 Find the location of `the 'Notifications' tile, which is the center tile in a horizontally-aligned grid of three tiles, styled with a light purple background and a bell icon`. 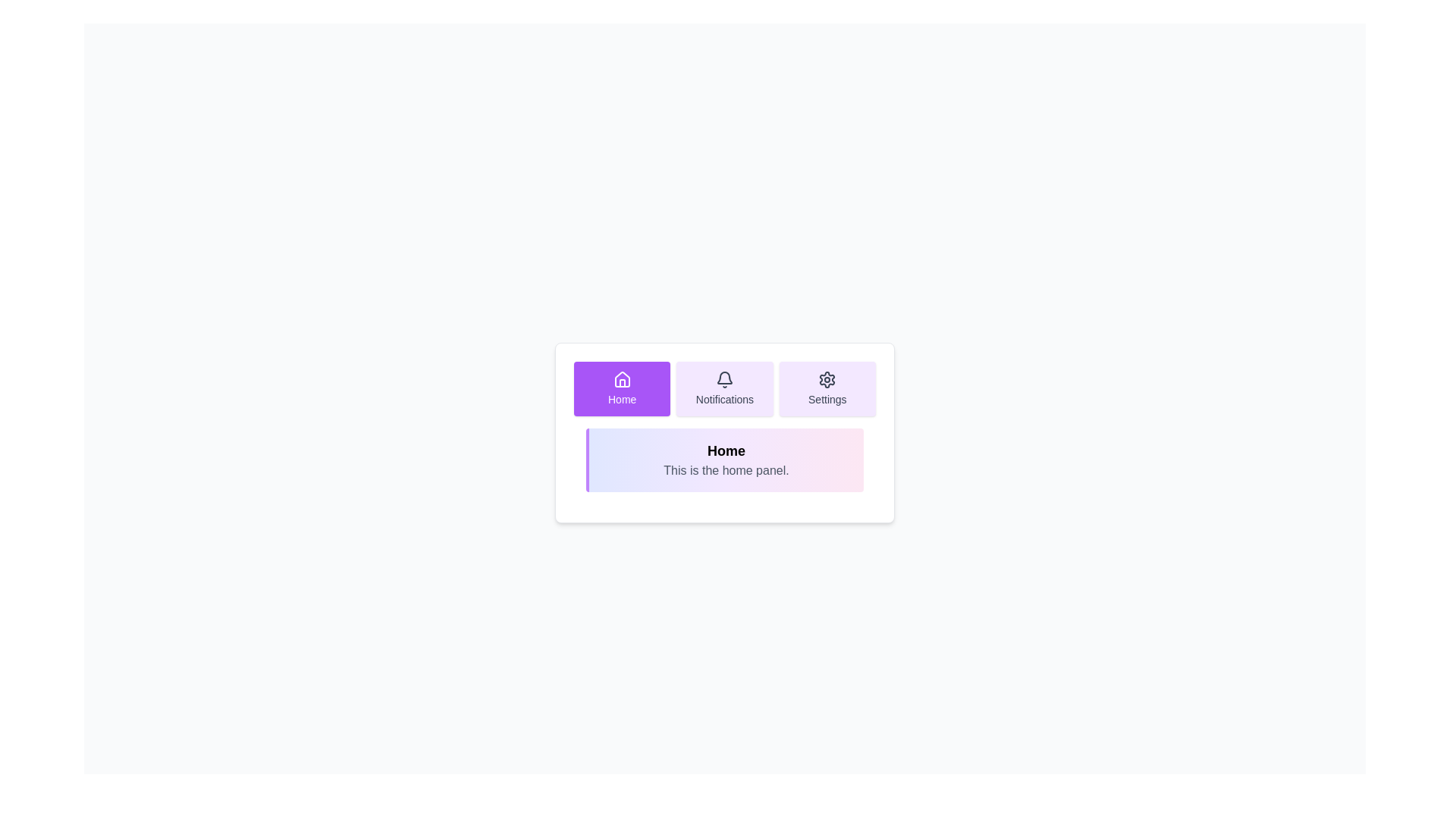

the 'Notifications' tile, which is the center tile in a horizontally-aligned grid of three tiles, styled with a light purple background and a bell icon is located at coordinates (723, 388).